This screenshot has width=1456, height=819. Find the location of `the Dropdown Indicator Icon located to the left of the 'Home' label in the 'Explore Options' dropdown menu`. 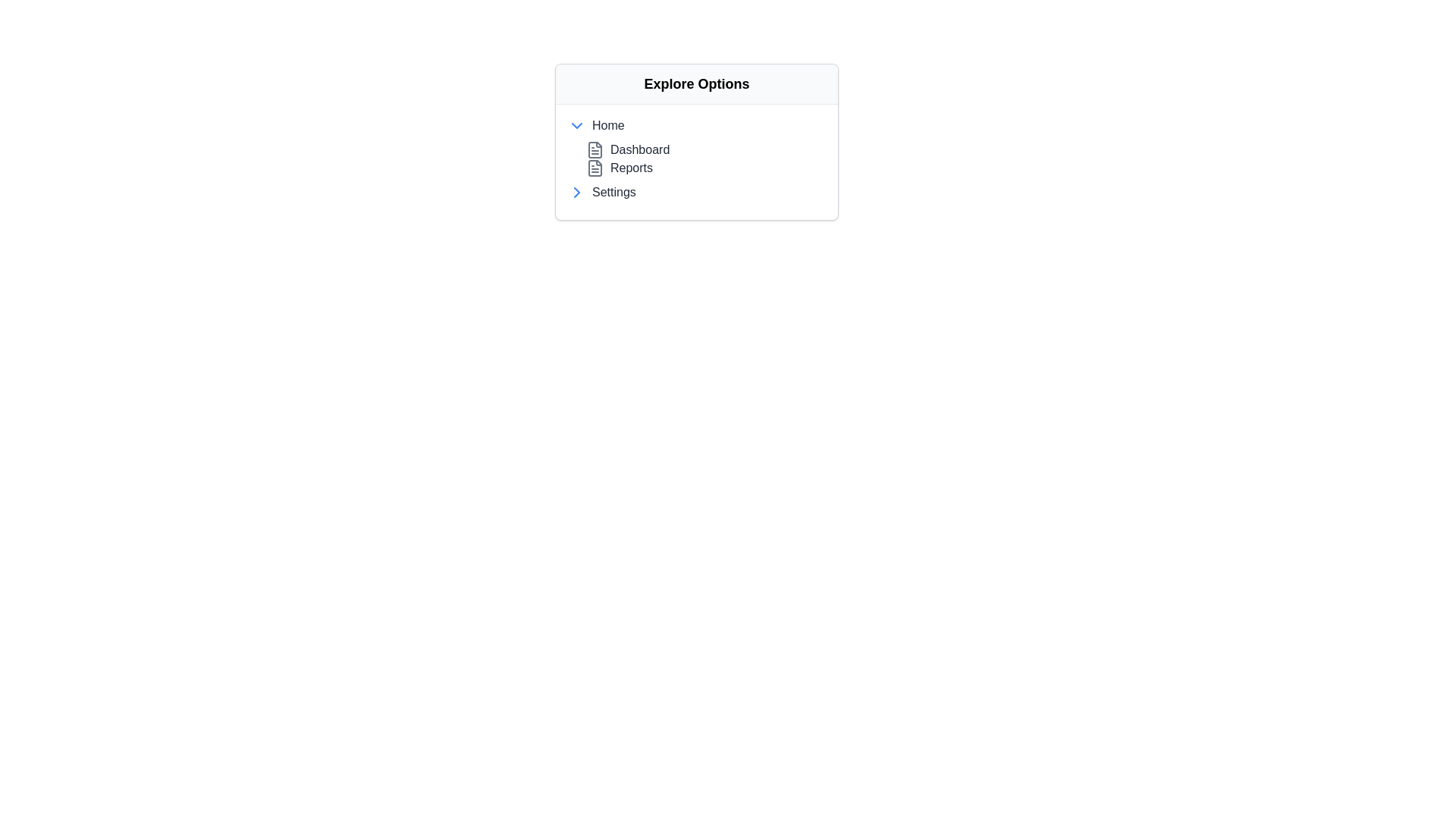

the Dropdown Indicator Icon located to the left of the 'Home' label in the 'Explore Options' dropdown menu is located at coordinates (576, 124).